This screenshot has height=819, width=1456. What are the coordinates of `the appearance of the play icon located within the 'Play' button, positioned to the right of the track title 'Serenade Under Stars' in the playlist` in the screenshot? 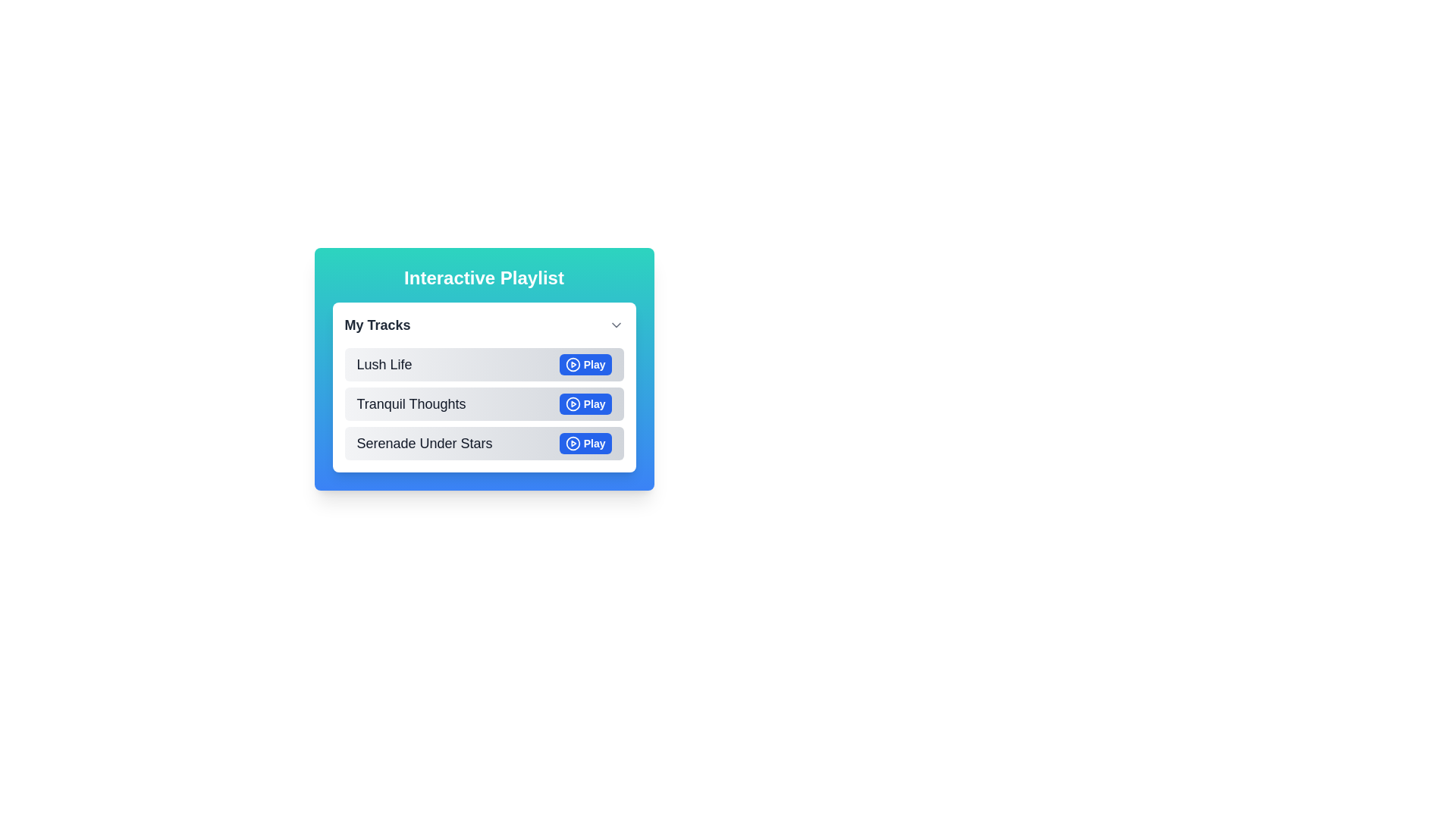 It's located at (572, 444).